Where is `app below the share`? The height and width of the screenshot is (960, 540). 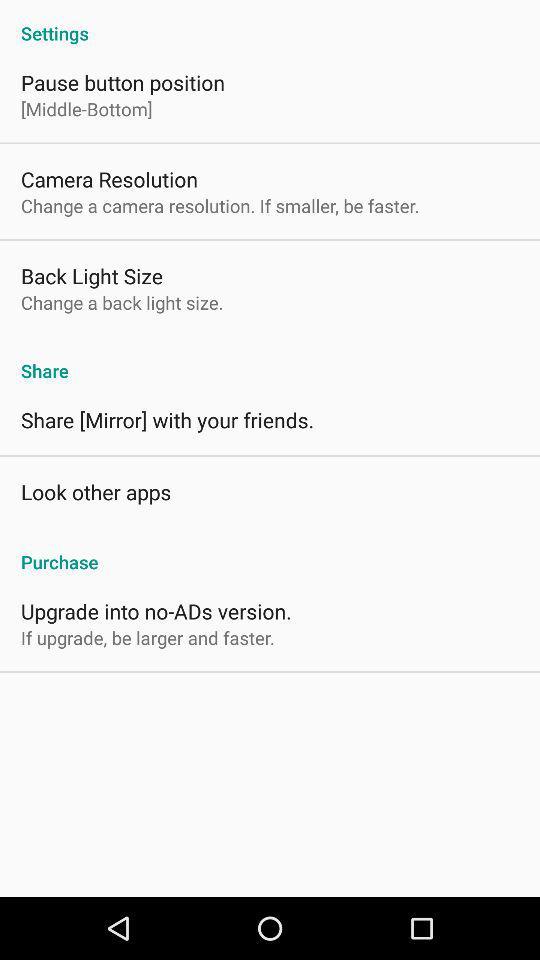 app below the share is located at coordinates (166, 419).